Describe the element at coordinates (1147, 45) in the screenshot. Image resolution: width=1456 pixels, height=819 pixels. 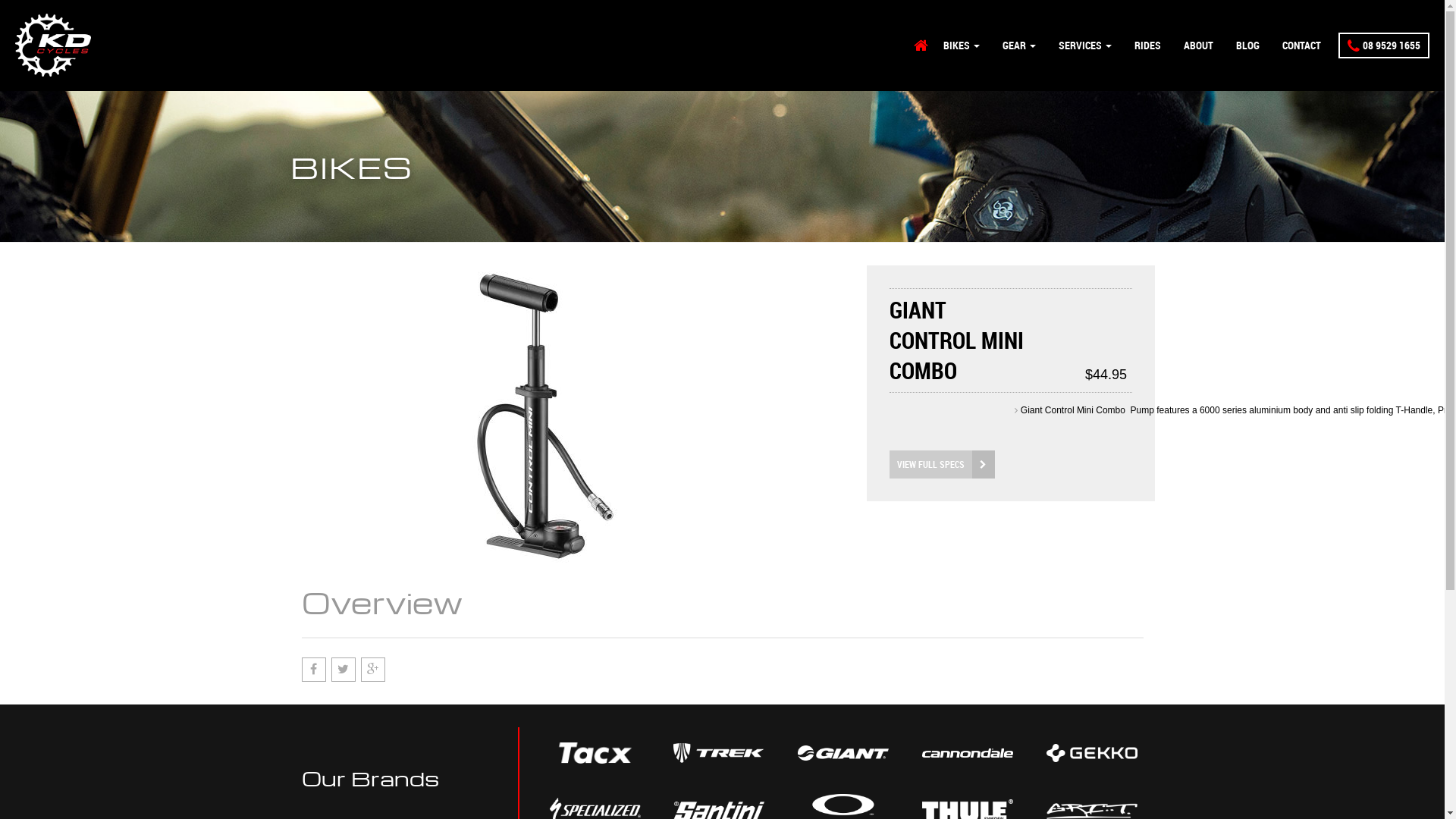
I see `'RIDES'` at that location.